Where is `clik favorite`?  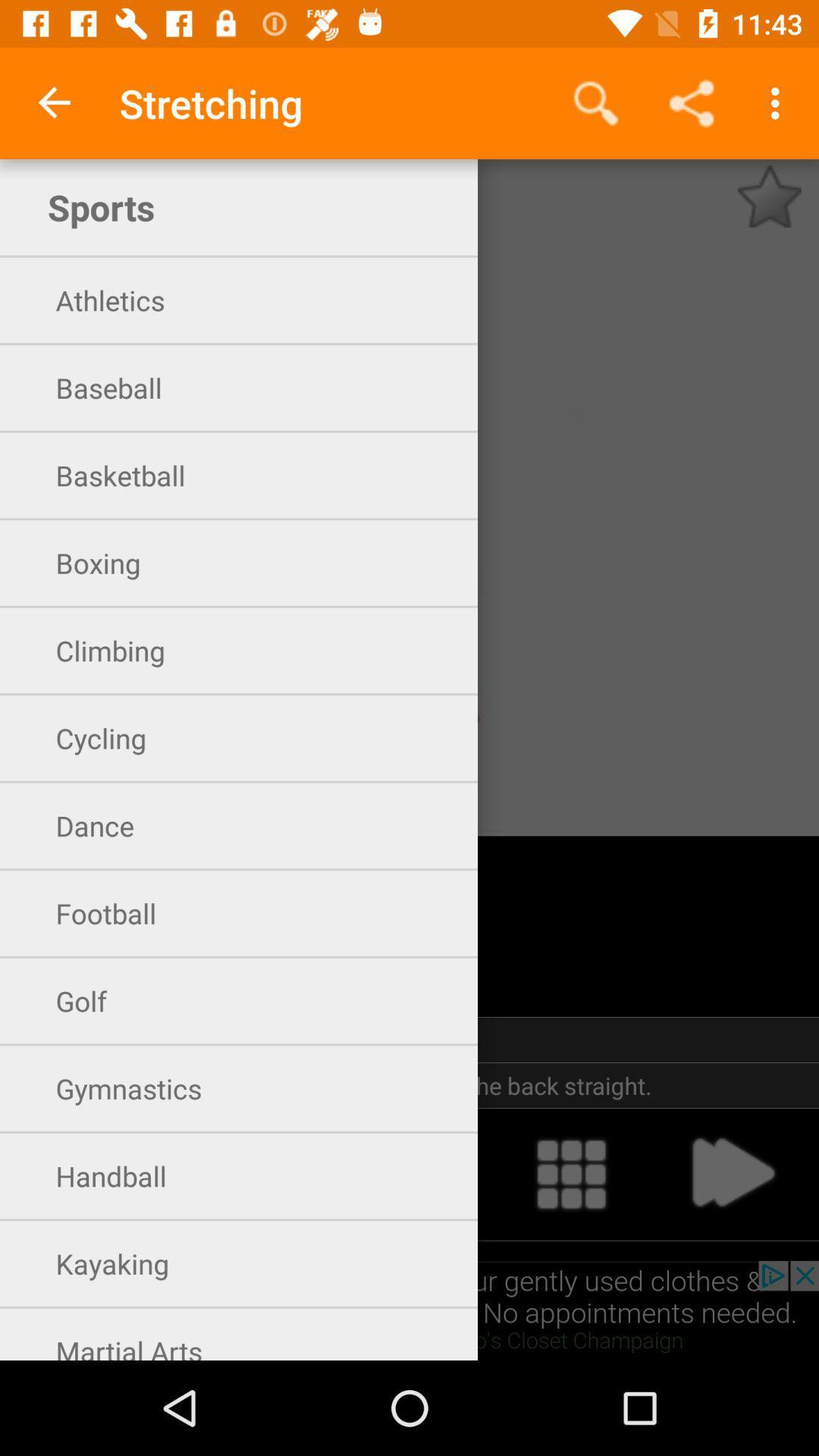 clik favorite is located at coordinates (769, 196).